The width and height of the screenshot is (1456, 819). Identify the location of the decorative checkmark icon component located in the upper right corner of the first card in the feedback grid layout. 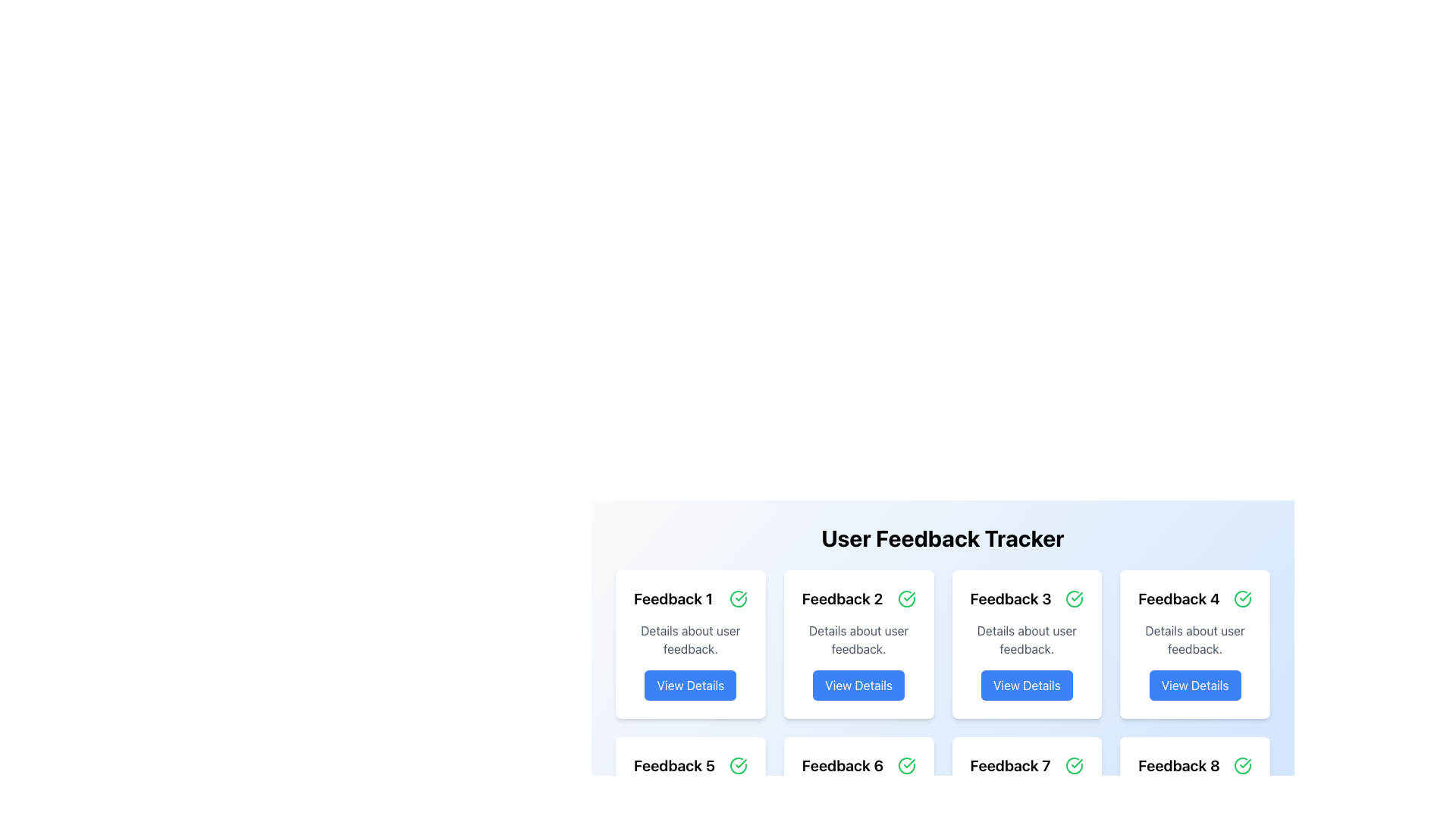
(738, 598).